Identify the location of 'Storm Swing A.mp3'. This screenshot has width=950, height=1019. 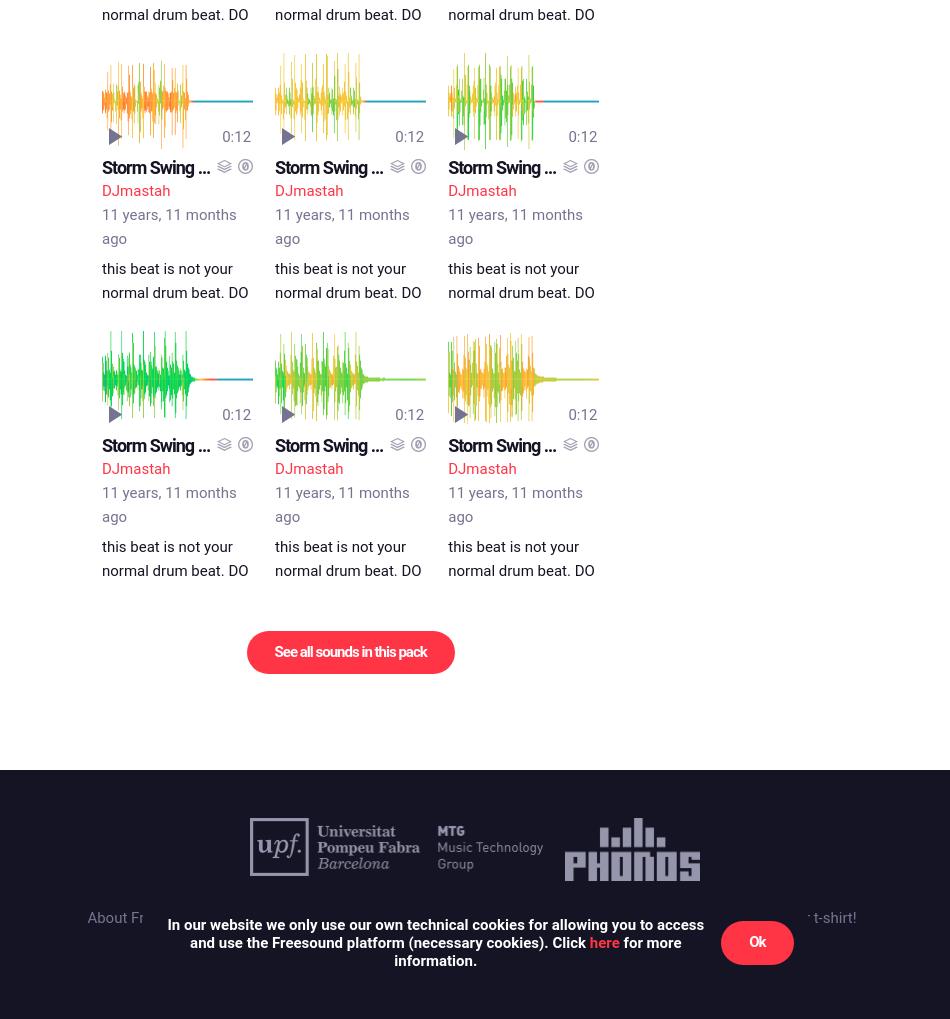
(174, 442).